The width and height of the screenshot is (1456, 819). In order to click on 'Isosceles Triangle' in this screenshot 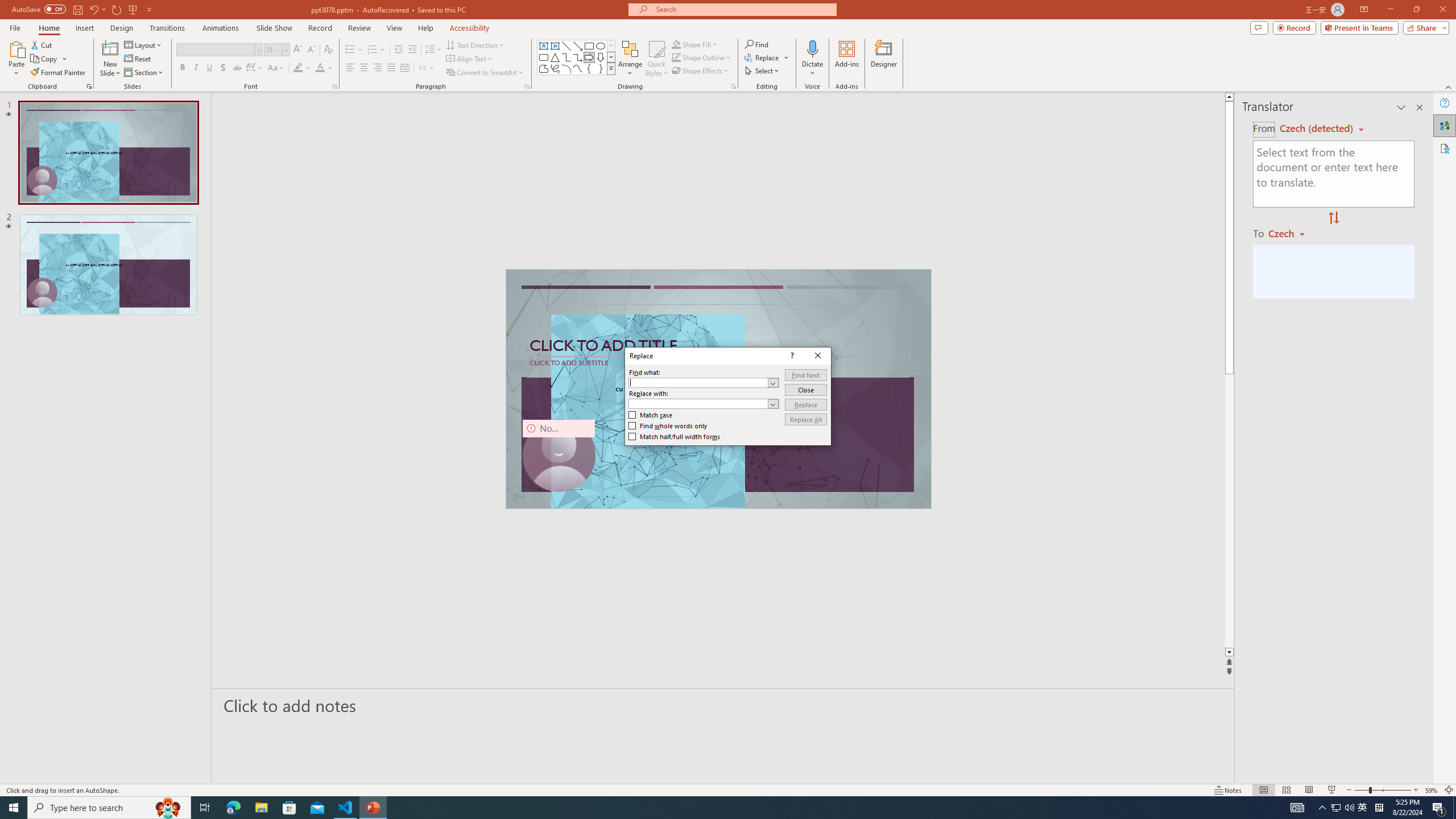, I will do `click(554, 56)`.